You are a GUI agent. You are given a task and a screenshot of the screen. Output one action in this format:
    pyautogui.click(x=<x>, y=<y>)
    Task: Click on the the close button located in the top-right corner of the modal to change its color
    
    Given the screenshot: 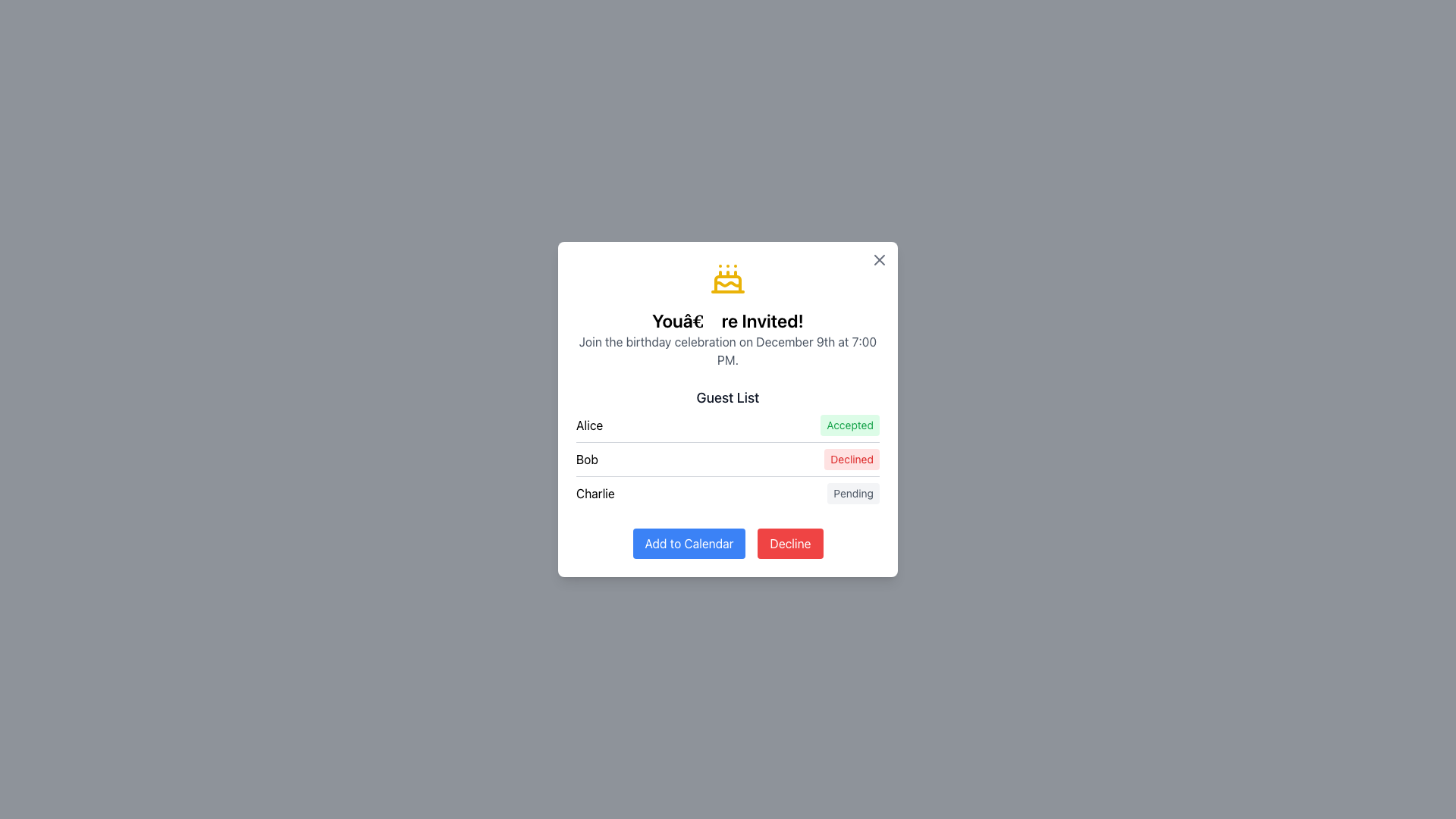 What is the action you would take?
    pyautogui.click(x=880, y=259)
    